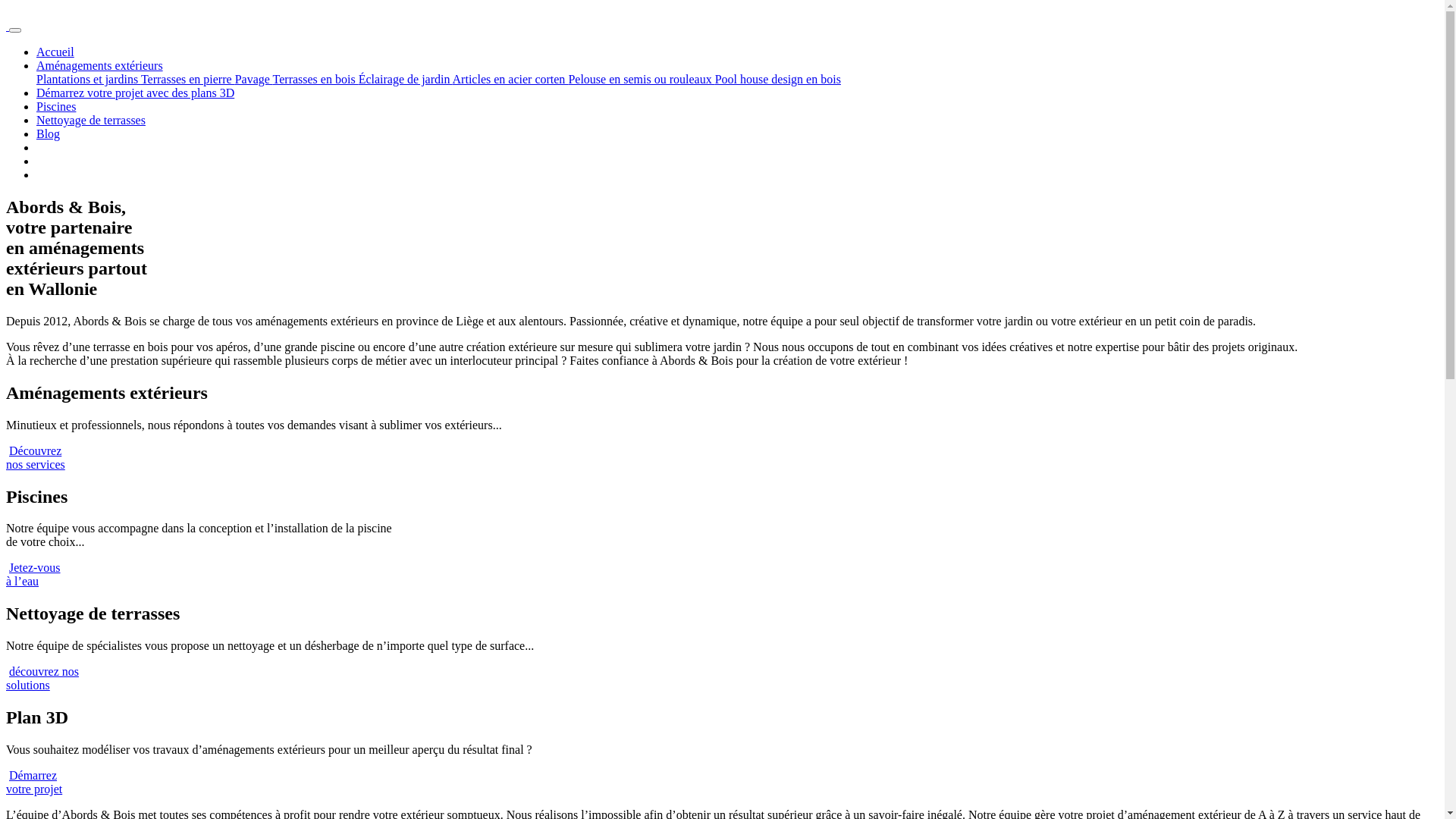 The width and height of the screenshot is (1456, 819). What do you see at coordinates (55, 51) in the screenshot?
I see `'Accueil'` at bounding box center [55, 51].